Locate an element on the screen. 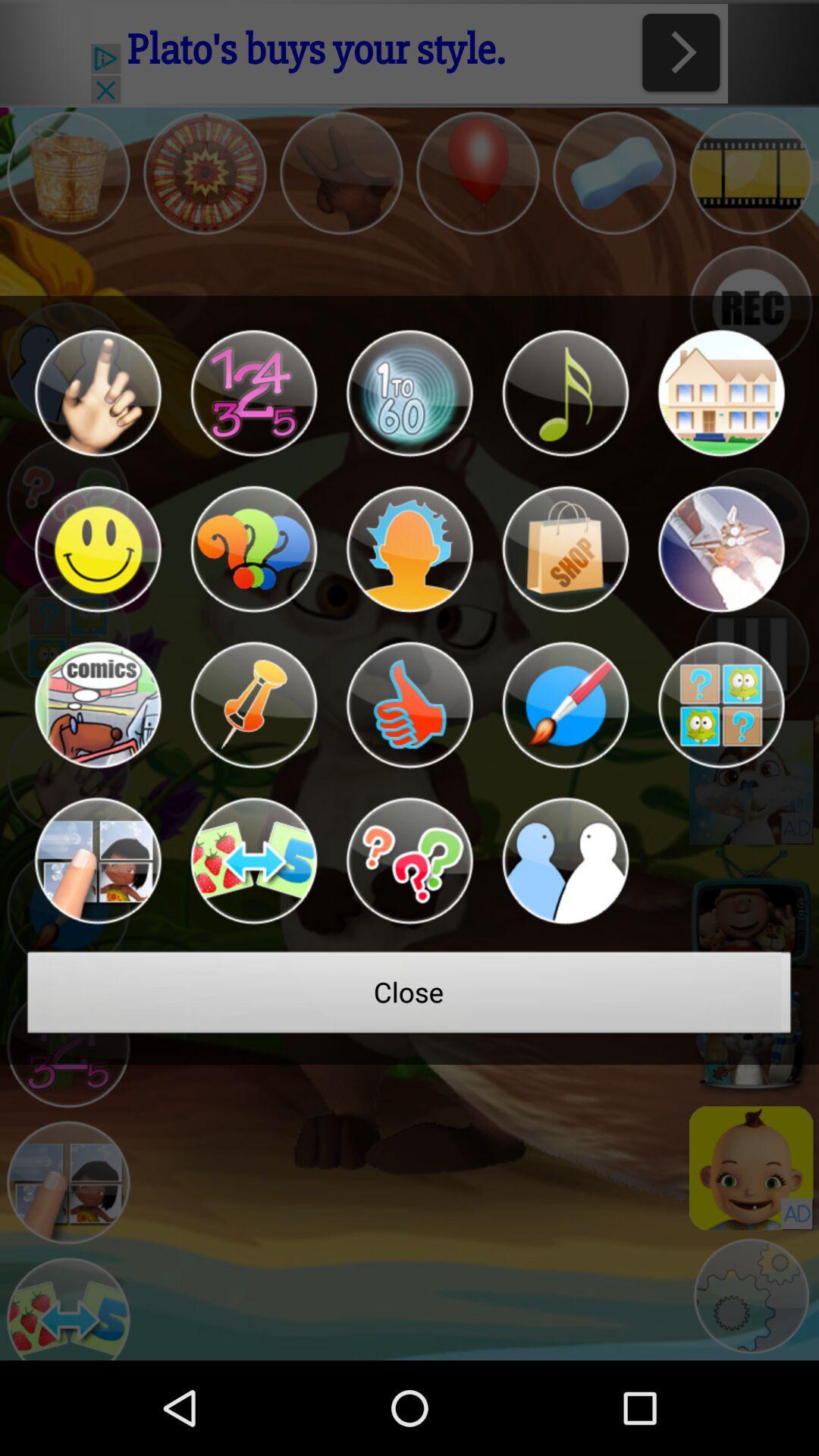 This screenshot has width=819, height=1456. the close button is located at coordinates (409, 996).